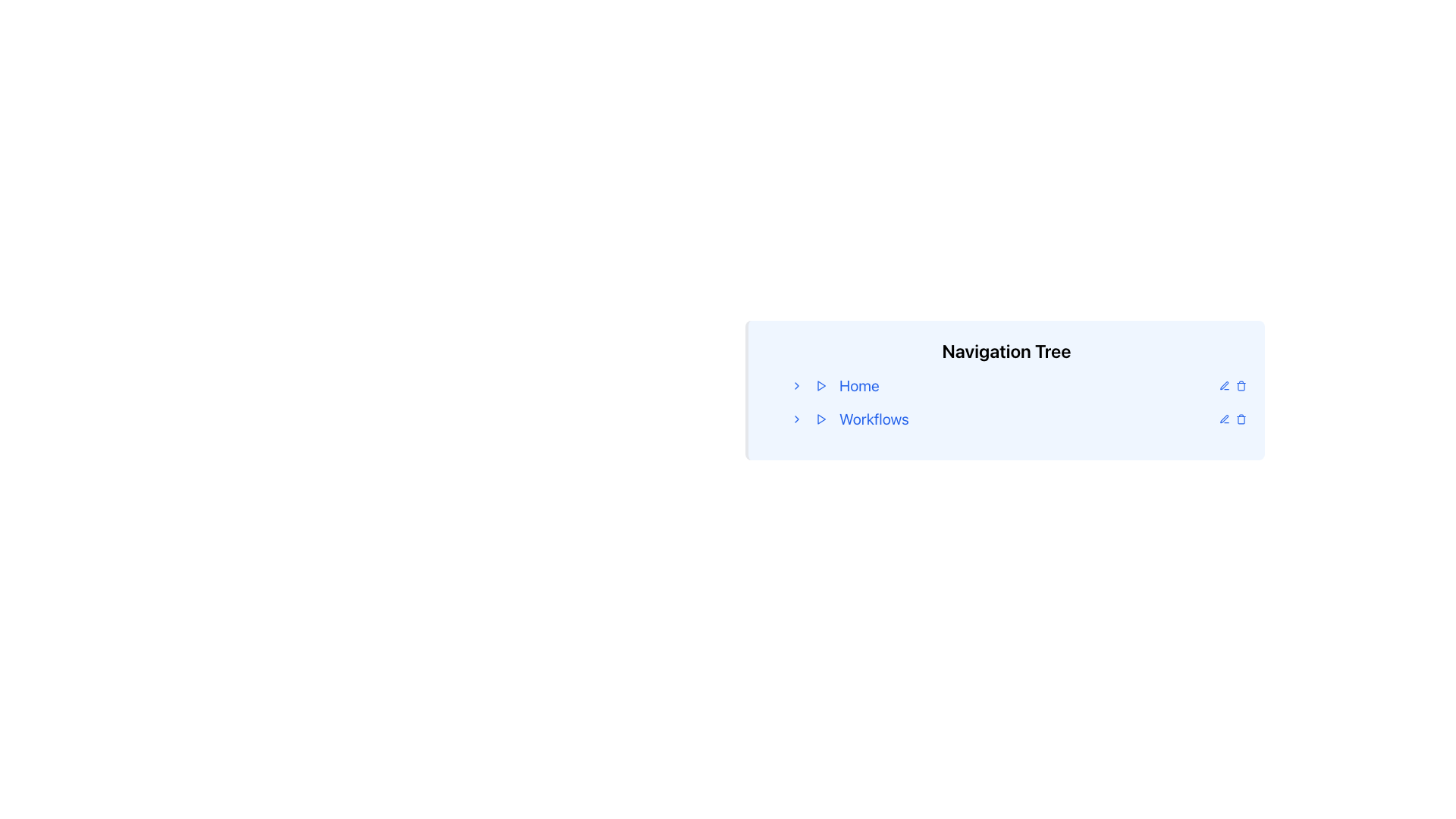 This screenshot has width=1456, height=819. I want to click on the 'Home' text label in the navigation tree, so click(858, 385).